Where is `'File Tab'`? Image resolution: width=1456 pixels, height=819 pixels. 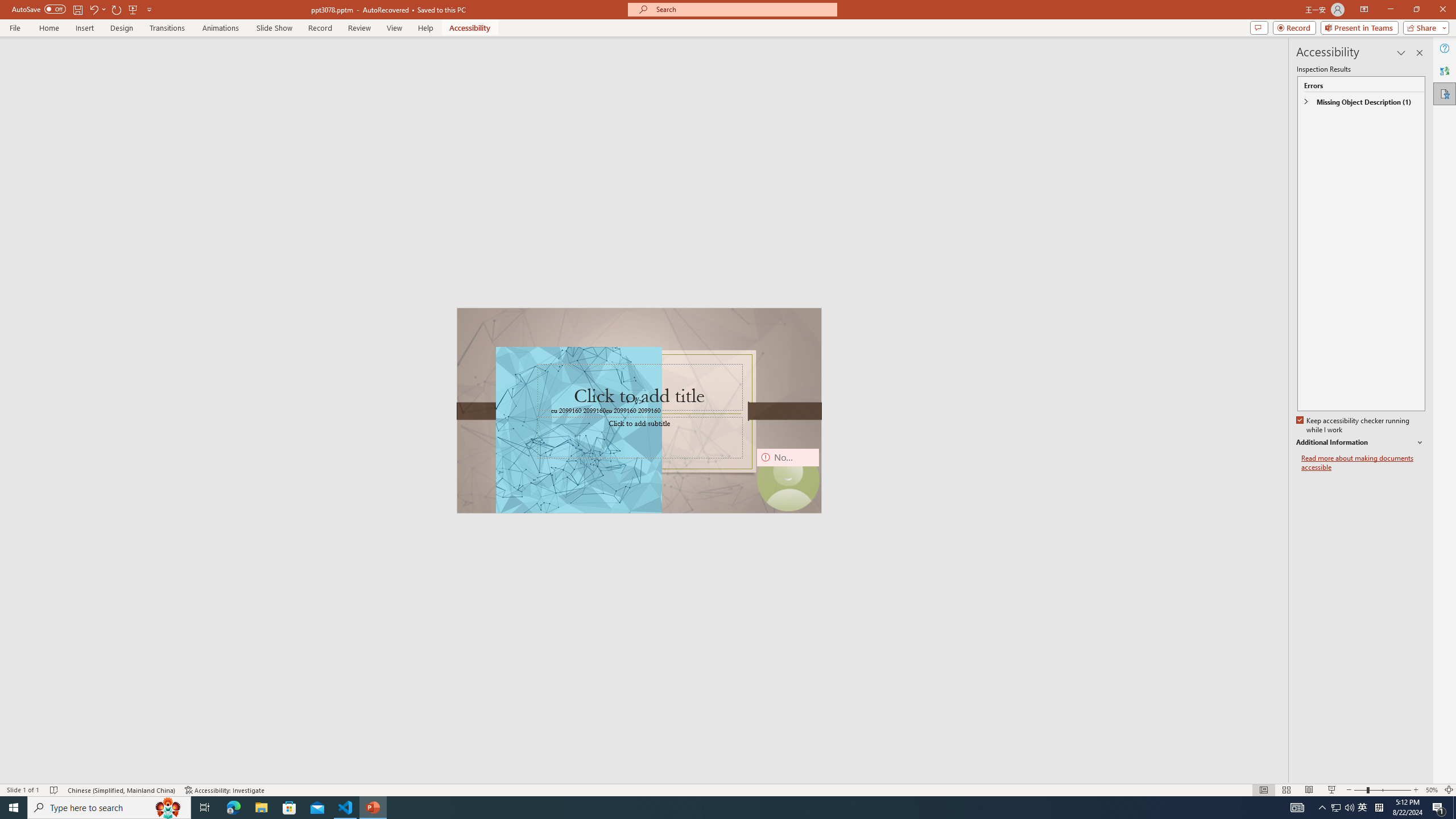
'File Tab' is located at coordinates (14, 27).